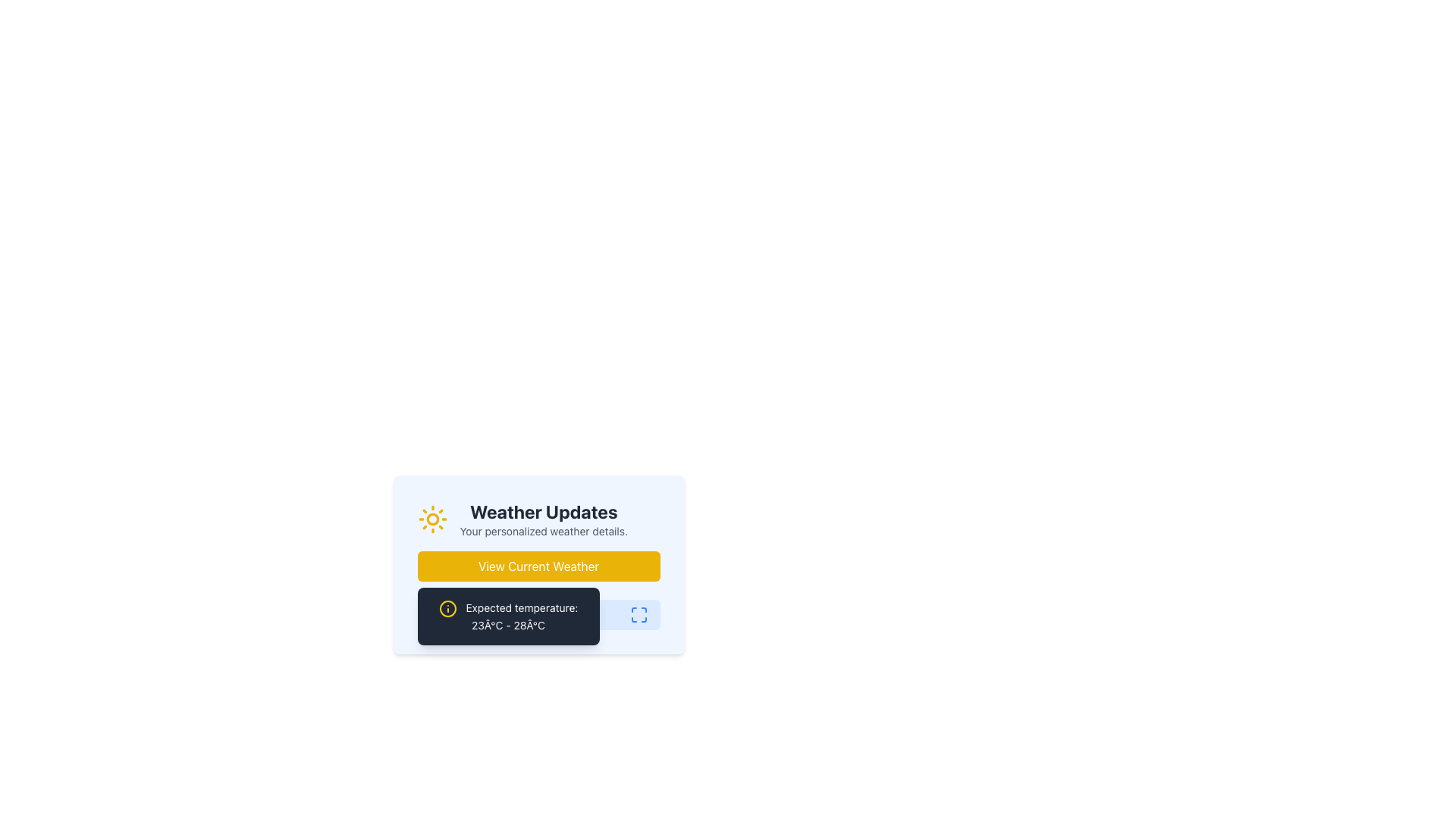 The height and width of the screenshot is (819, 1456). Describe the element at coordinates (508, 617) in the screenshot. I see `the text label displaying 'Expected temperature: 23°C - 28°C' within the tooltip that appears below the 'View Current Weather' button` at that location.